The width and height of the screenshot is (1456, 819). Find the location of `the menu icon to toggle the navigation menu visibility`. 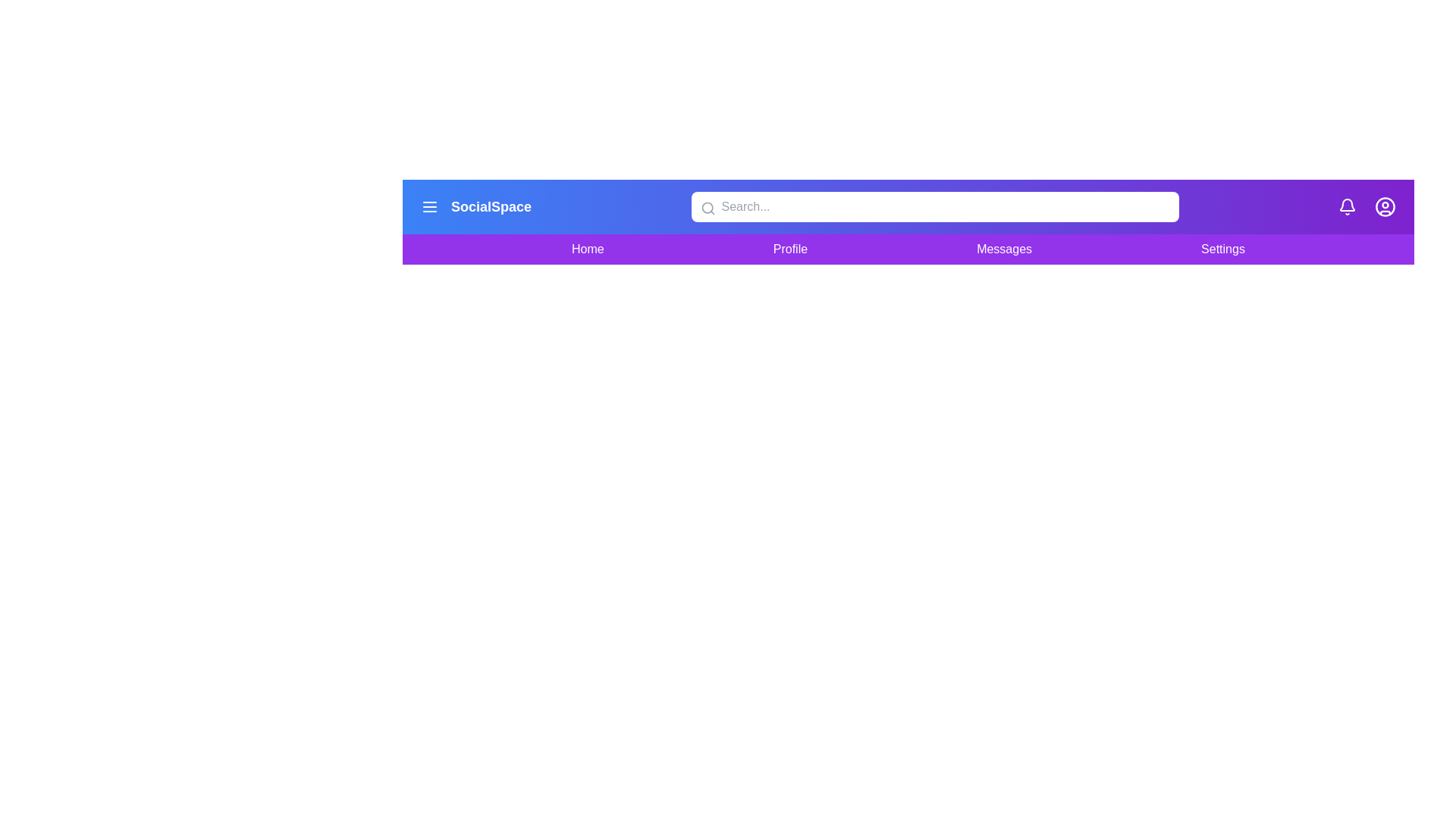

the menu icon to toggle the navigation menu visibility is located at coordinates (428, 207).